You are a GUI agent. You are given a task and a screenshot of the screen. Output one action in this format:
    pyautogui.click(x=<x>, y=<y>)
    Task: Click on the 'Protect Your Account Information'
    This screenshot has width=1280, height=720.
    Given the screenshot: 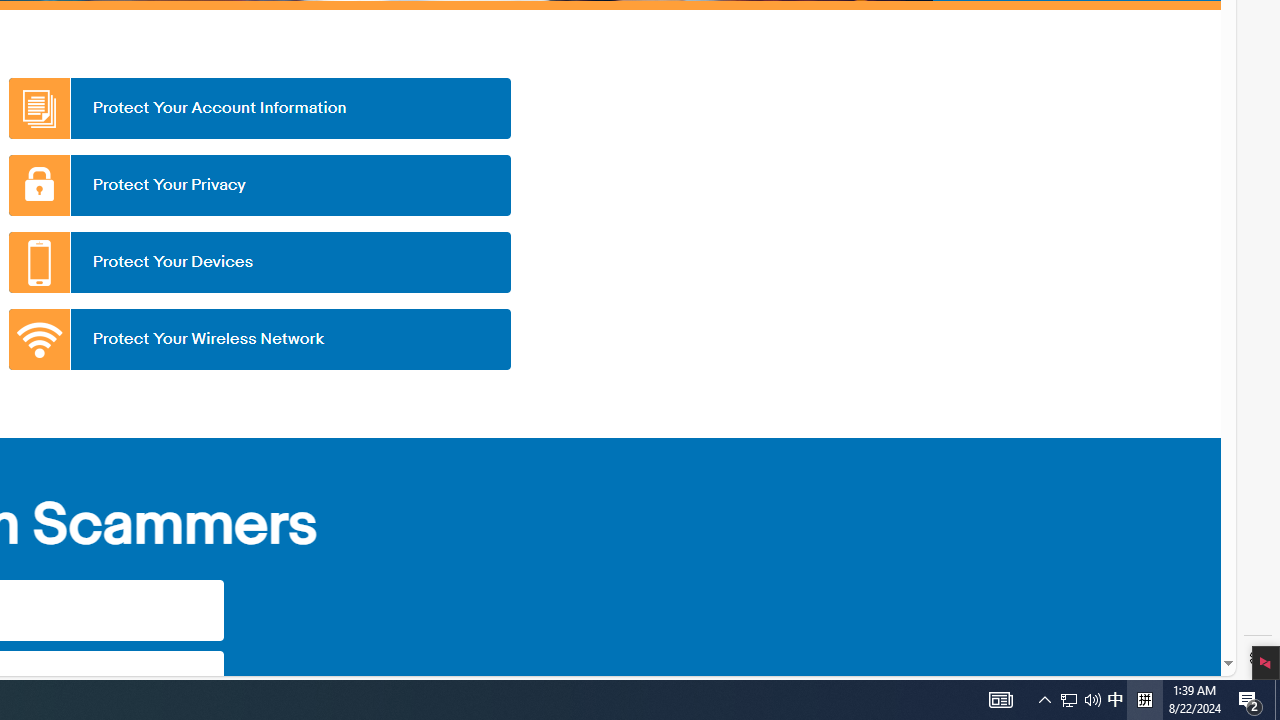 What is the action you would take?
    pyautogui.click(x=258, y=108)
    